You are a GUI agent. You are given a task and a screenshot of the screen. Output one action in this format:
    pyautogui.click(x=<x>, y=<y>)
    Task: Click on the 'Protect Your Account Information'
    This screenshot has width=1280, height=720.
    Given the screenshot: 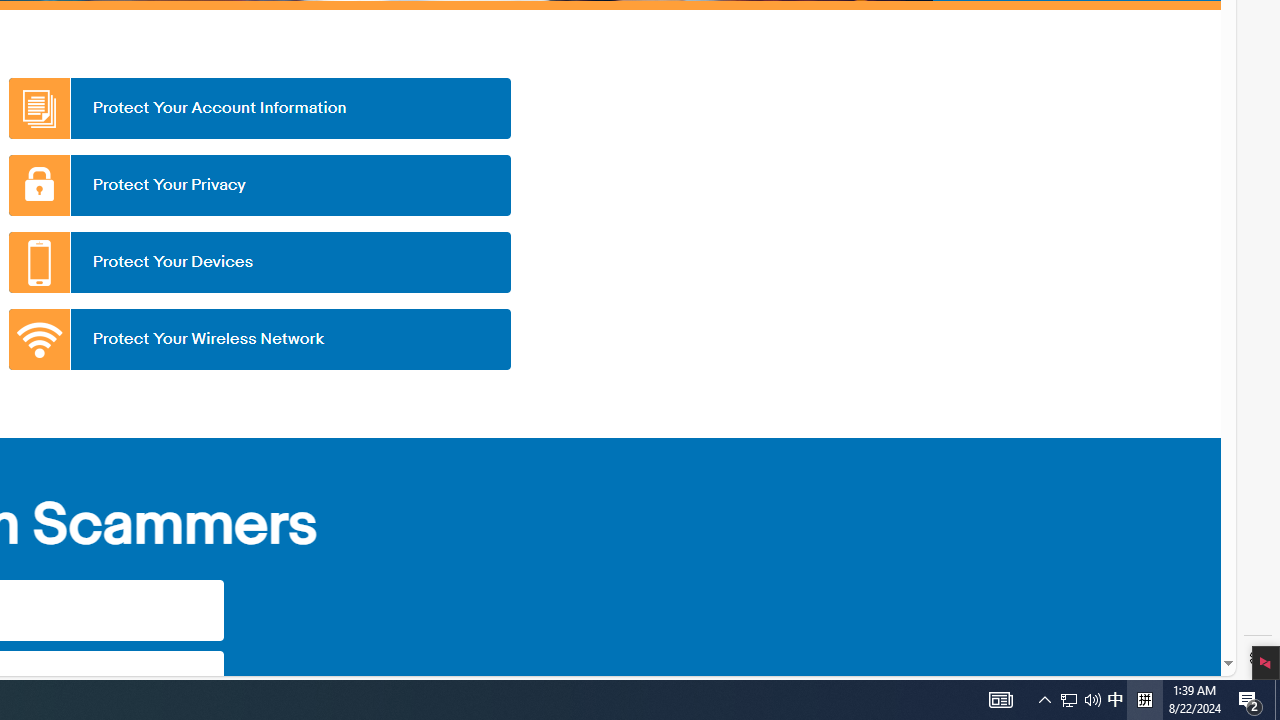 What is the action you would take?
    pyautogui.click(x=258, y=108)
    